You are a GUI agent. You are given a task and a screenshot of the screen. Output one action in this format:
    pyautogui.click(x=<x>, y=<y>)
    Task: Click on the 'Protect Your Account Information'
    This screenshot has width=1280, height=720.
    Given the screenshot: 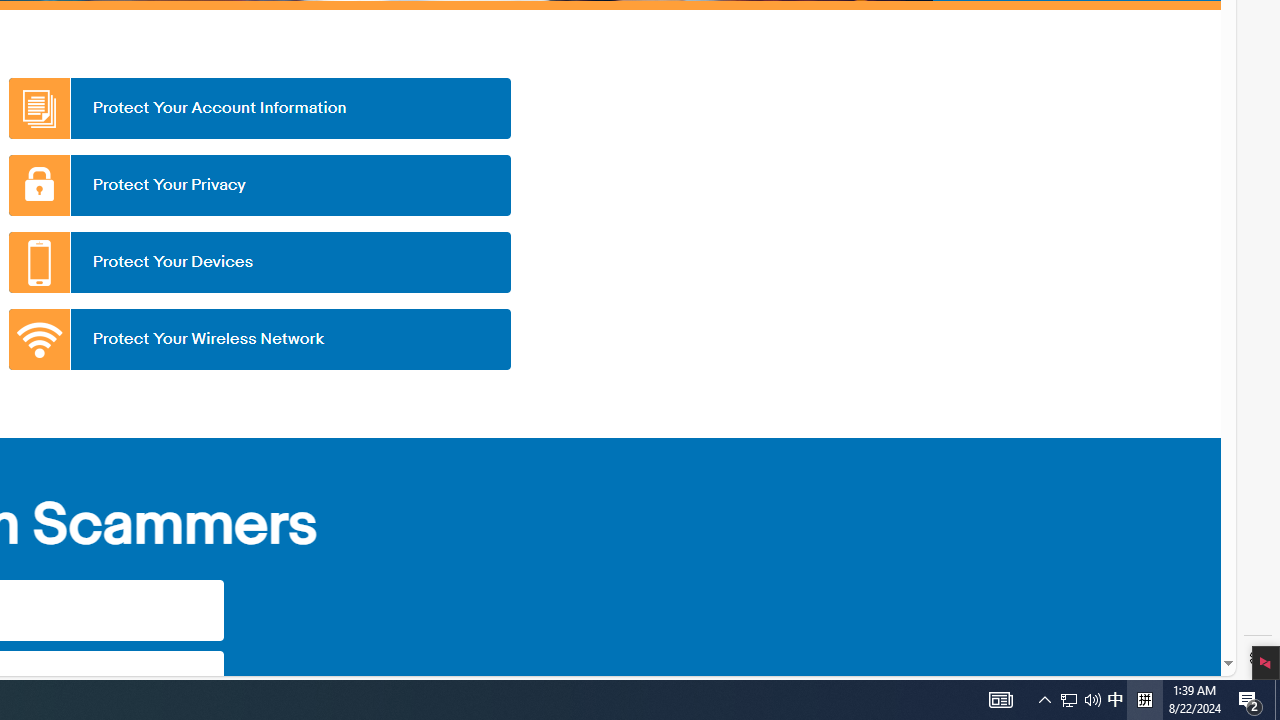 What is the action you would take?
    pyautogui.click(x=258, y=108)
    